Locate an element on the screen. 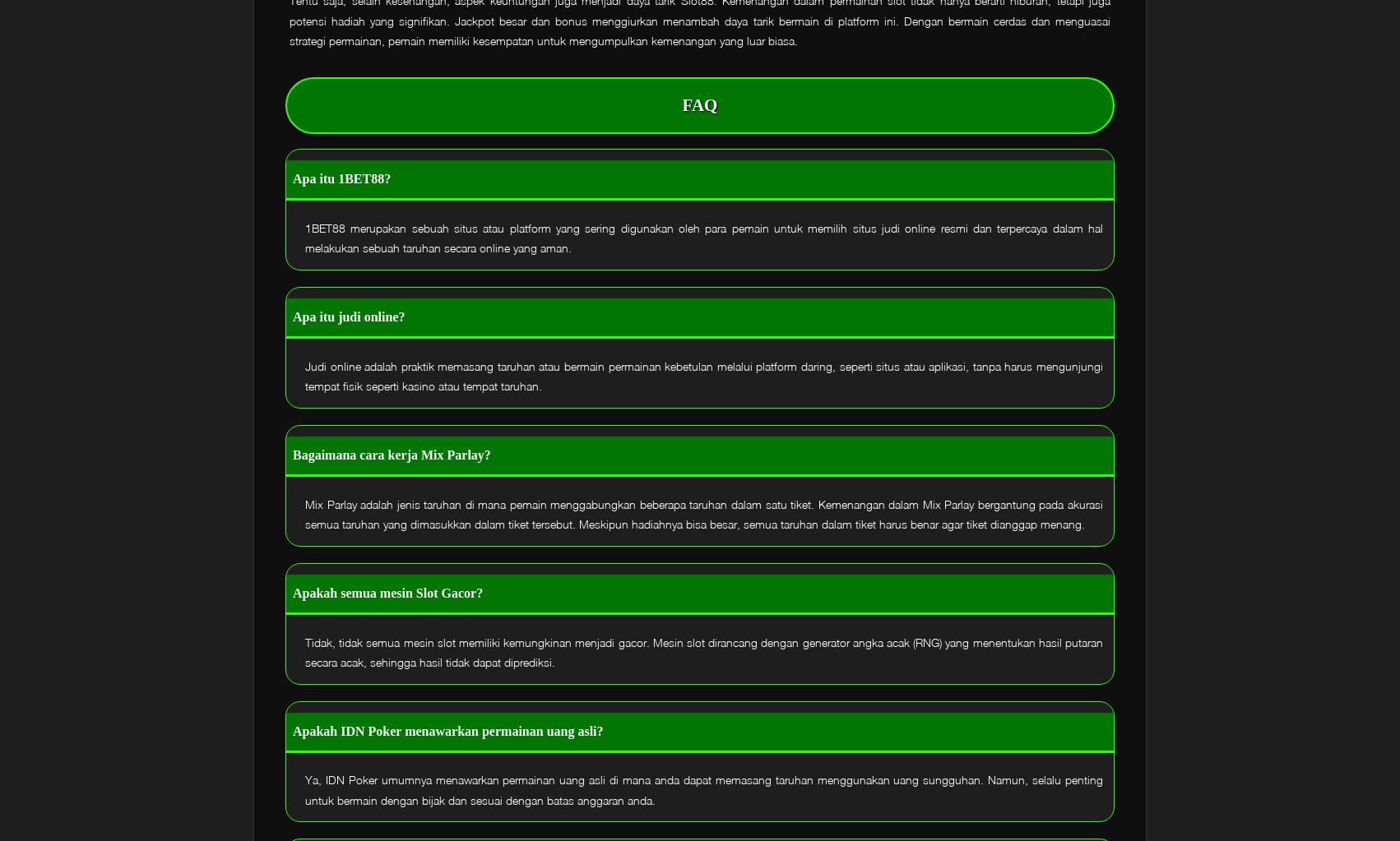 This screenshot has height=841, width=1400. 'Apakah IDN Poker menawarkan permainan uang asli?' is located at coordinates (447, 730).